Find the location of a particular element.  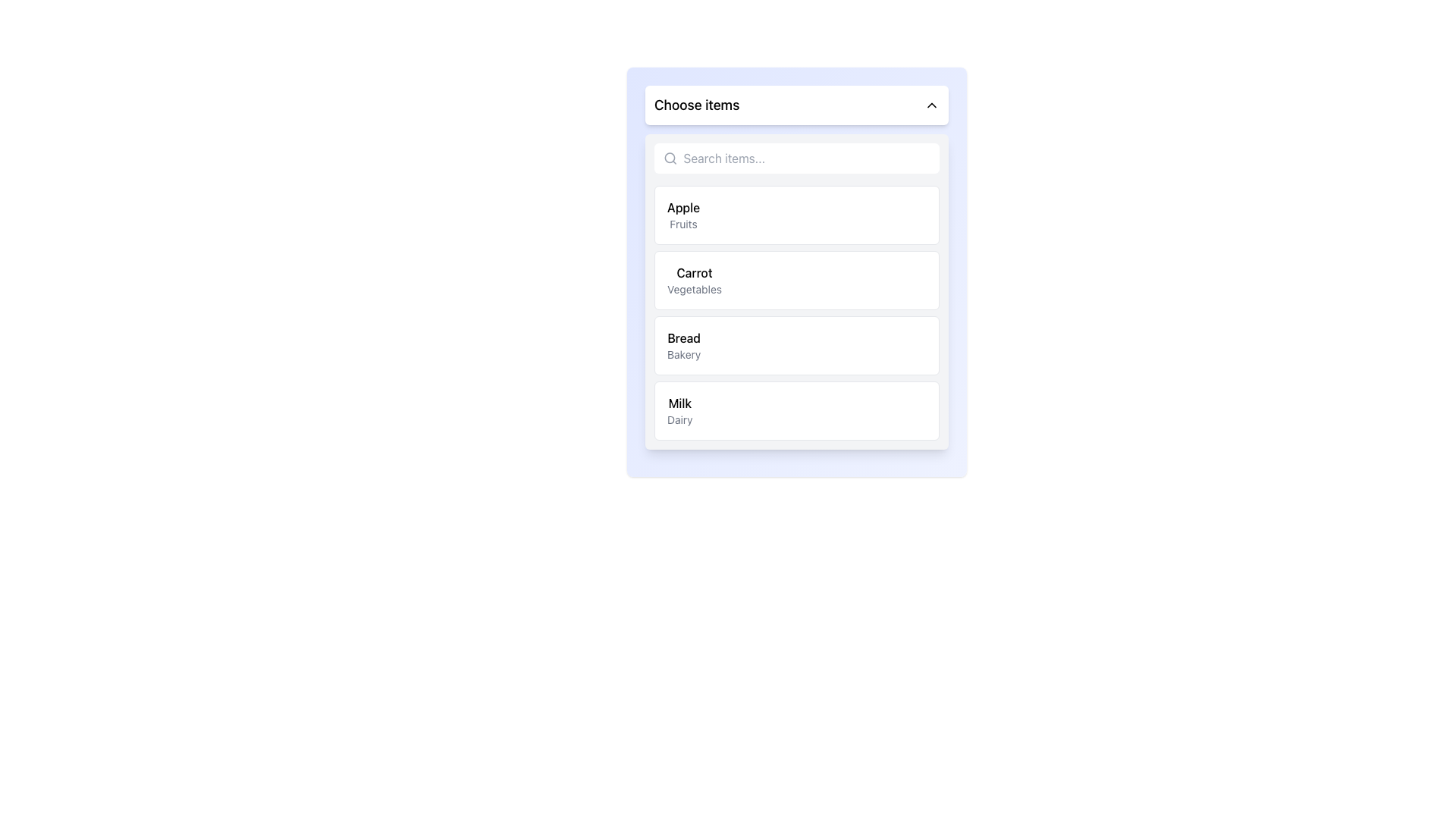

to select the 'Carrot' item from the vertically arranged selectable list, which is the second card displaying 'Carrot' in bold and 'Vegetables' in smaller gray font is located at coordinates (796, 271).